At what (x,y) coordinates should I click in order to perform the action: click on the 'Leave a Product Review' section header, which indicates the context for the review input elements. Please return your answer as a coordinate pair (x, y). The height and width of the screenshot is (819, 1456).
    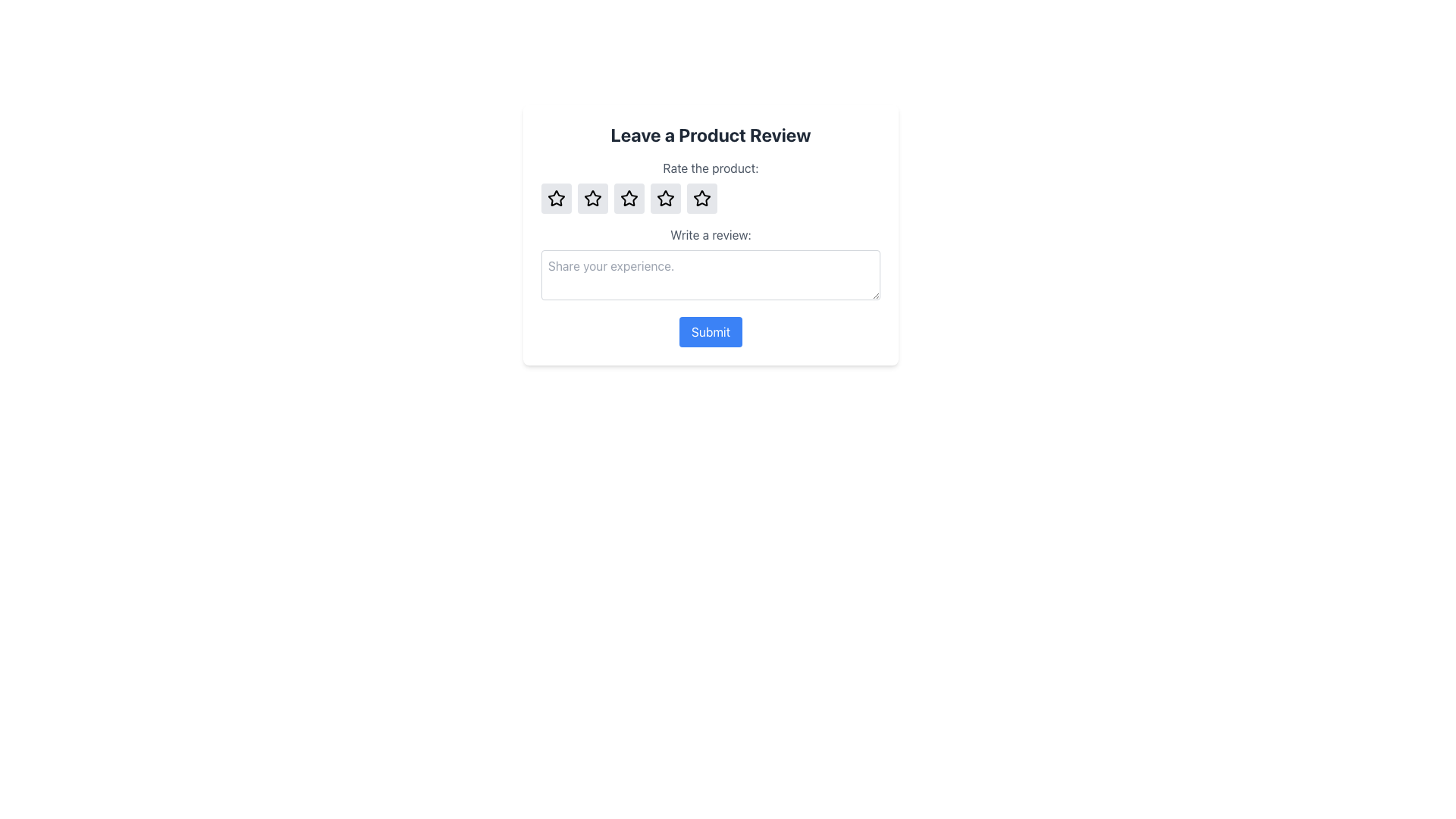
    Looking at the image, I should click on (710, 133).